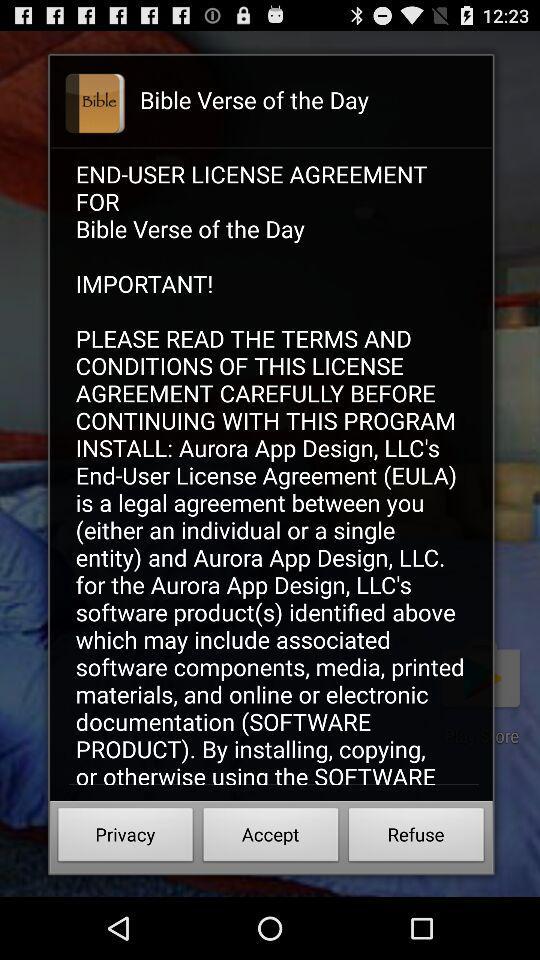 The image size is (540, 960). I want to click on the refuse, so click(415, 837).